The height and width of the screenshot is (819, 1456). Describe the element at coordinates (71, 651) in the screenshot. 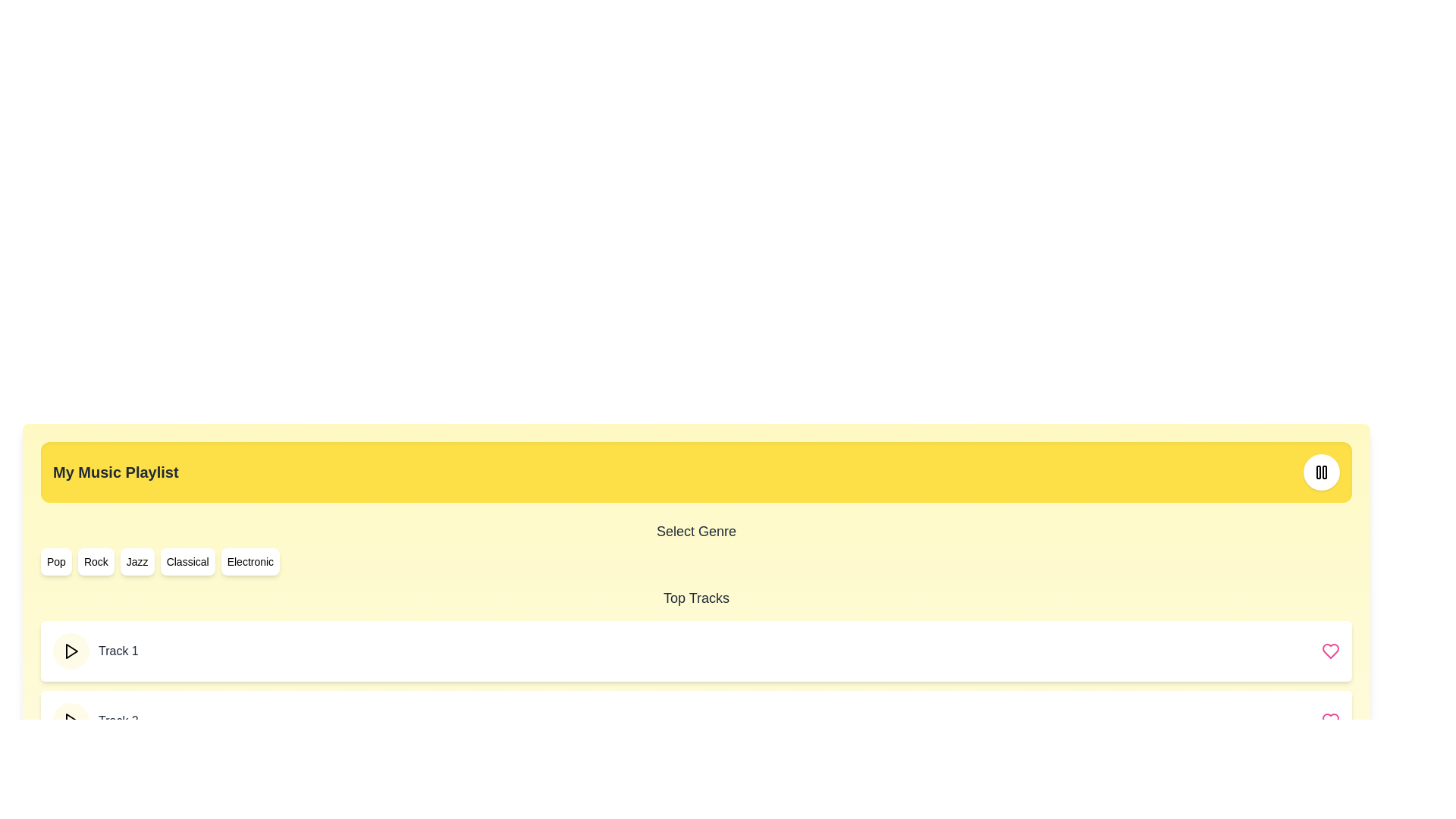

I see `the triangular play icon button, which is centered within a circular yellow background, located at the left edge of the row labeled 'Track 1'` at that location.